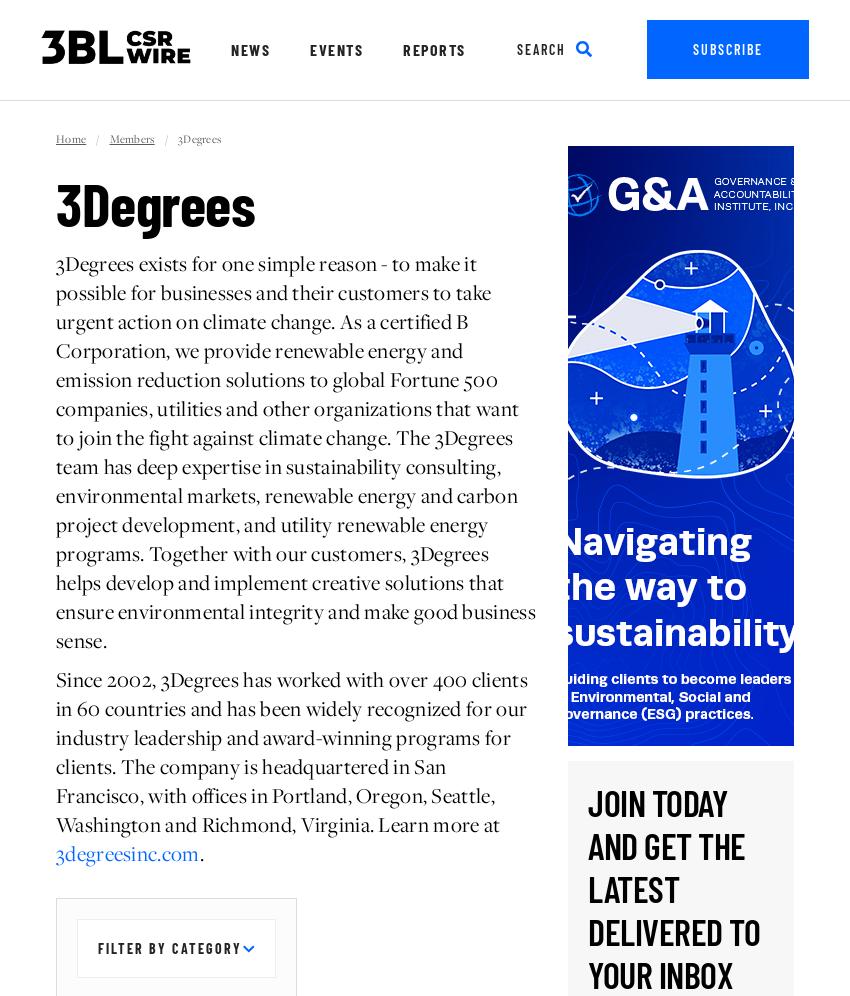  What do you see at coordinates (200, 853) in the screenshot?
I see `'.'` at bounding box center [200, 853].